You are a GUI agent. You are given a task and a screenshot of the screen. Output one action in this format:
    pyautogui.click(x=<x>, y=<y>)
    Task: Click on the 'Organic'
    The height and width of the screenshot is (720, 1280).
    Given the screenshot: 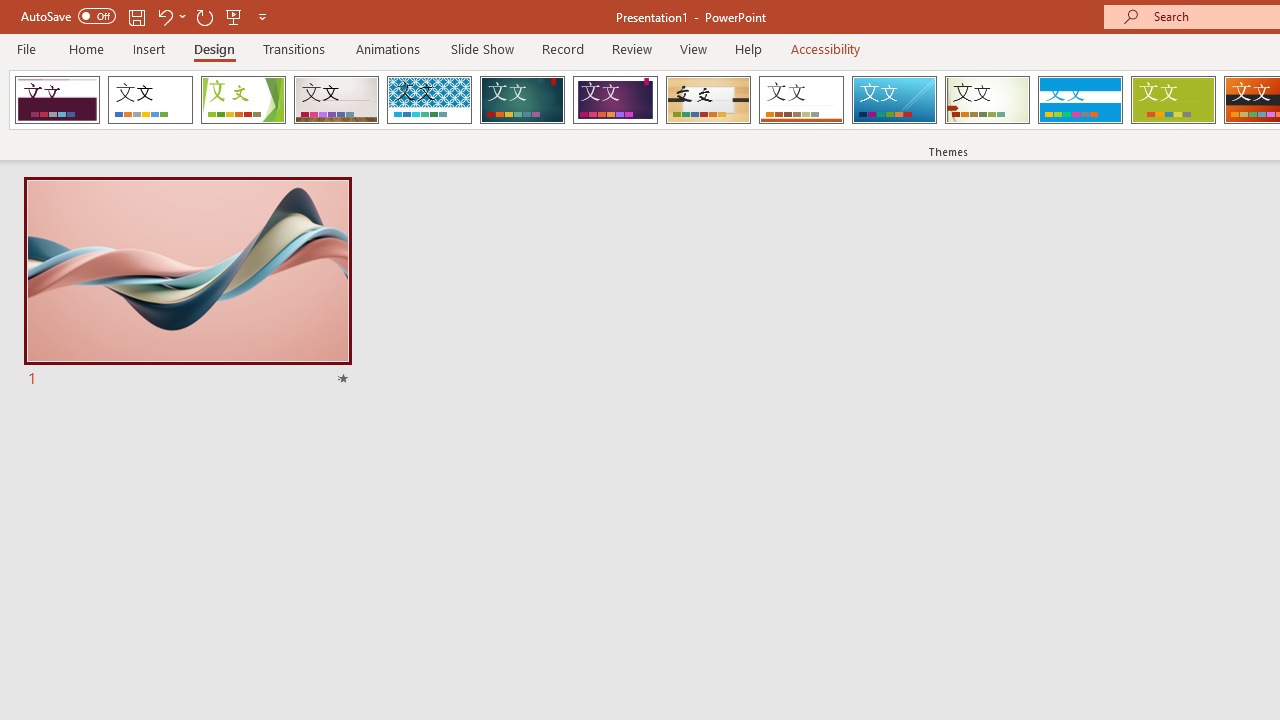 What is the action you would take?
    pyautogui.click(x=708, y=100)
    